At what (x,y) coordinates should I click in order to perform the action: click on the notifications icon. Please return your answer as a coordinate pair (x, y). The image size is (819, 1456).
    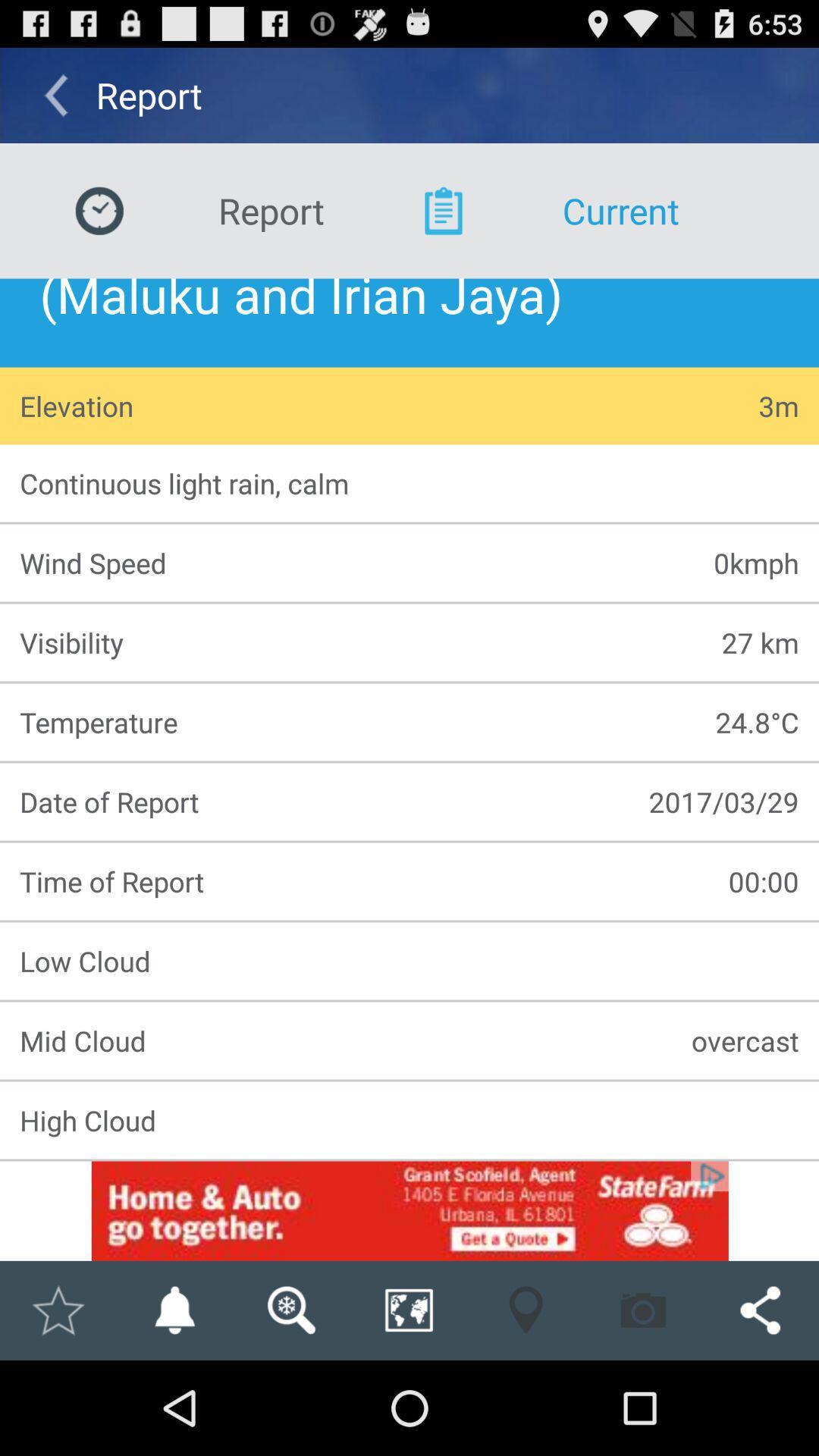
    Looking at the image, I should click on (174, 1401).